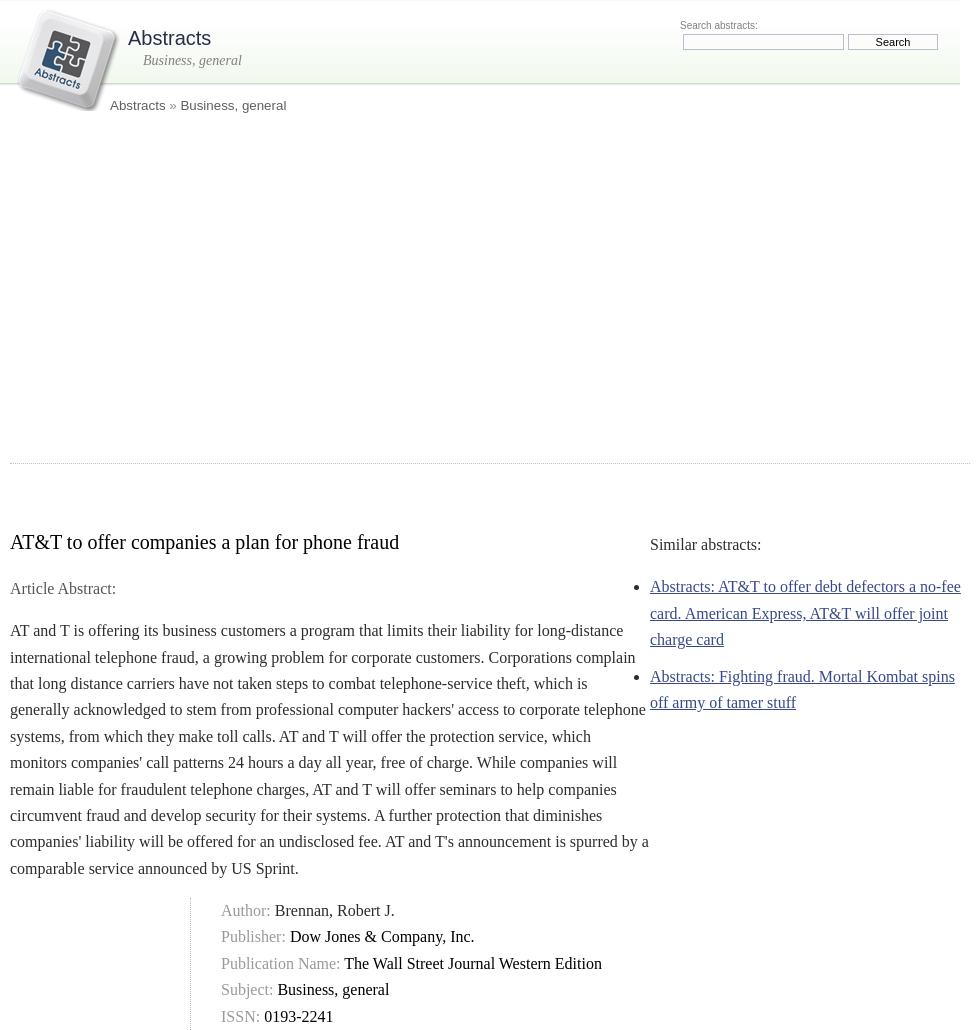 The width and height of the screenshot is (980, 1030). Describe the element at coordinates (220, 961) in the screenshot. I see `'Publication Name:'` at that location.